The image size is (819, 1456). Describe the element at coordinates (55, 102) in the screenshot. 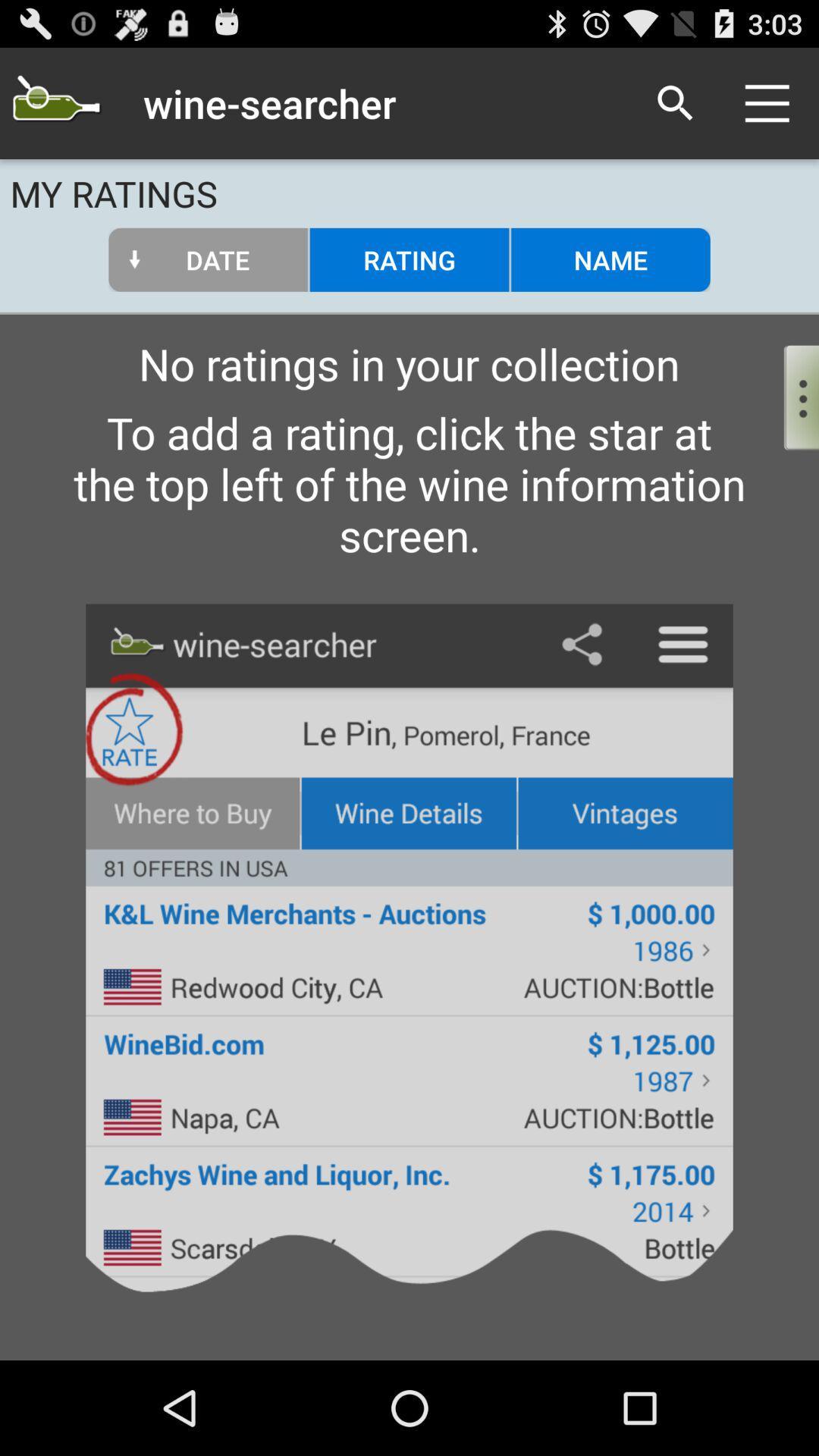

I see `go back` at that location.